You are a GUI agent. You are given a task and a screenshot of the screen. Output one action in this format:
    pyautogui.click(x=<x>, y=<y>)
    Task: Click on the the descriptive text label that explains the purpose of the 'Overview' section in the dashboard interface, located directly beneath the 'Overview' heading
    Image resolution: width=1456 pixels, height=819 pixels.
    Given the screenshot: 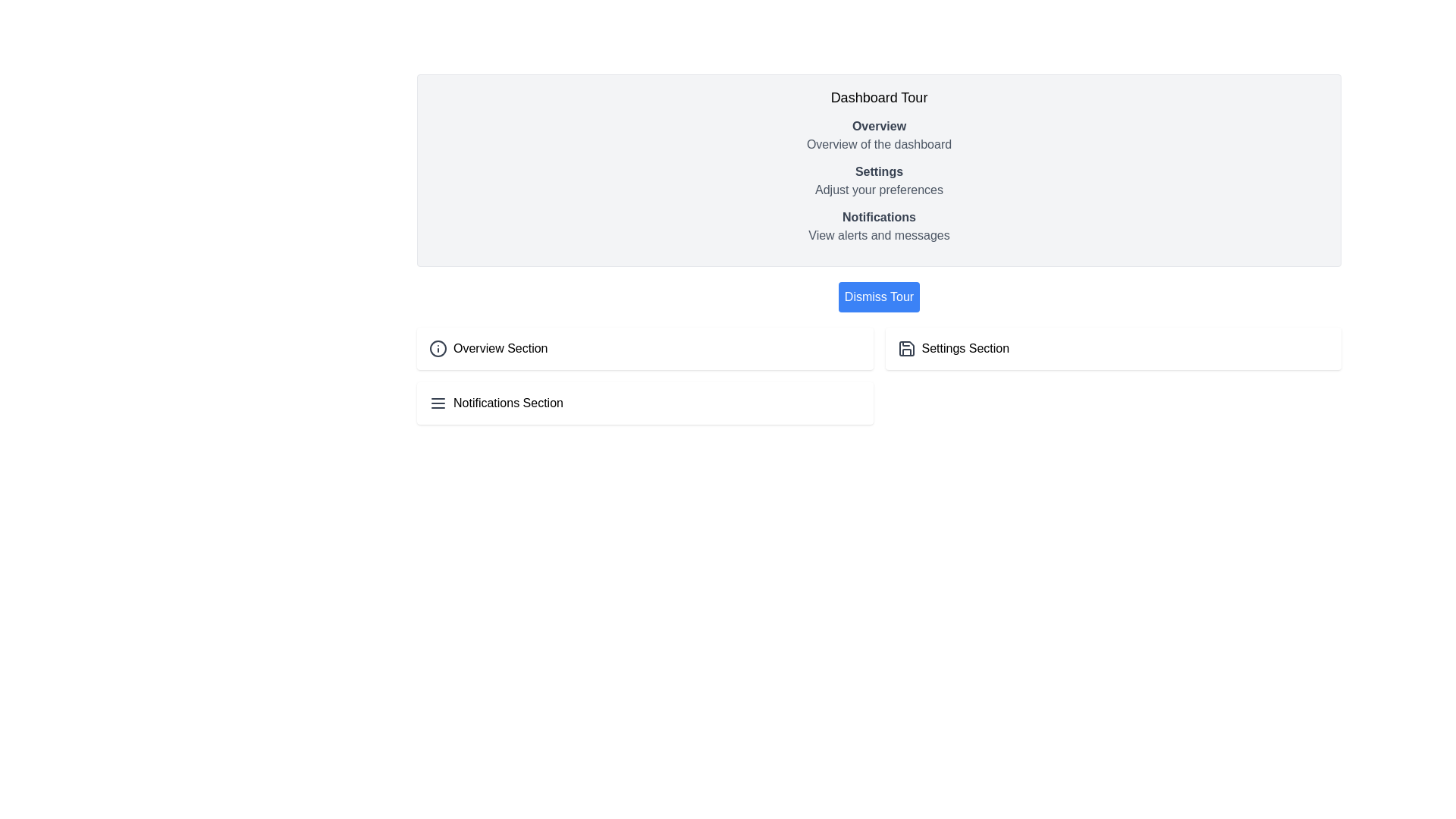 What is the action you would take?
    pyautogui.click(x=879, y=145)
    